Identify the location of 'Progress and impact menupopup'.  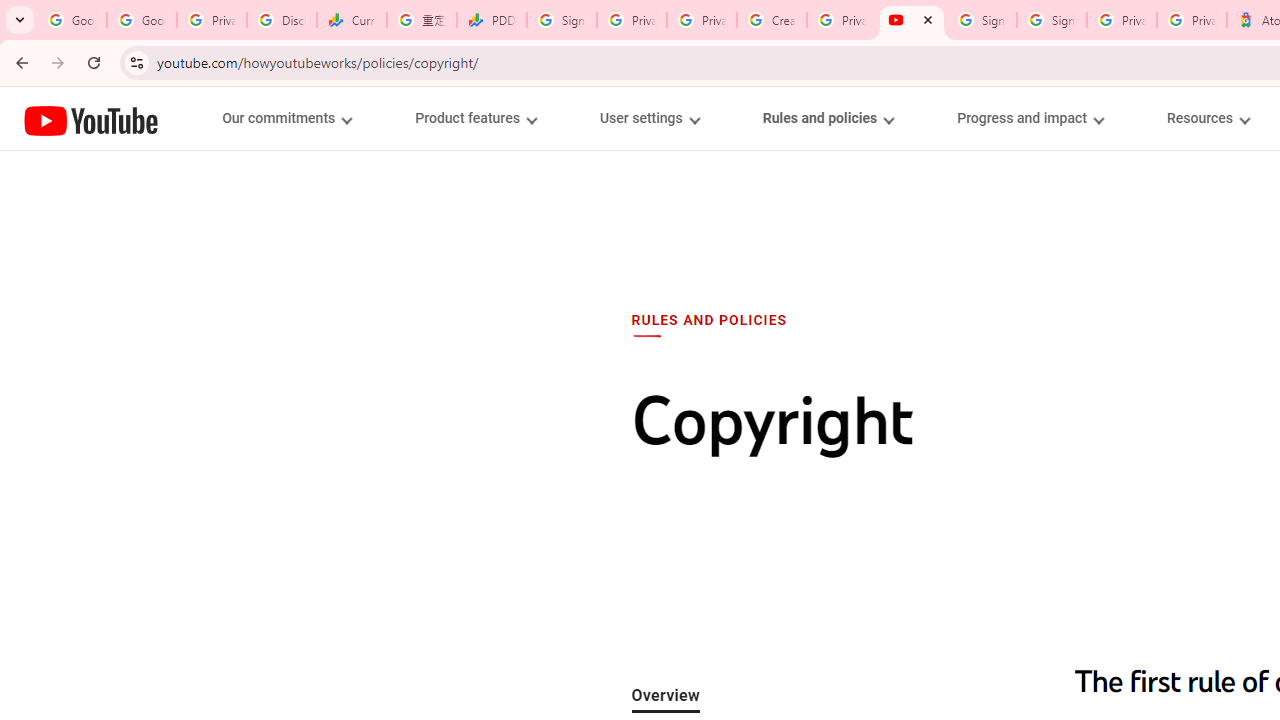
(1030, 118).